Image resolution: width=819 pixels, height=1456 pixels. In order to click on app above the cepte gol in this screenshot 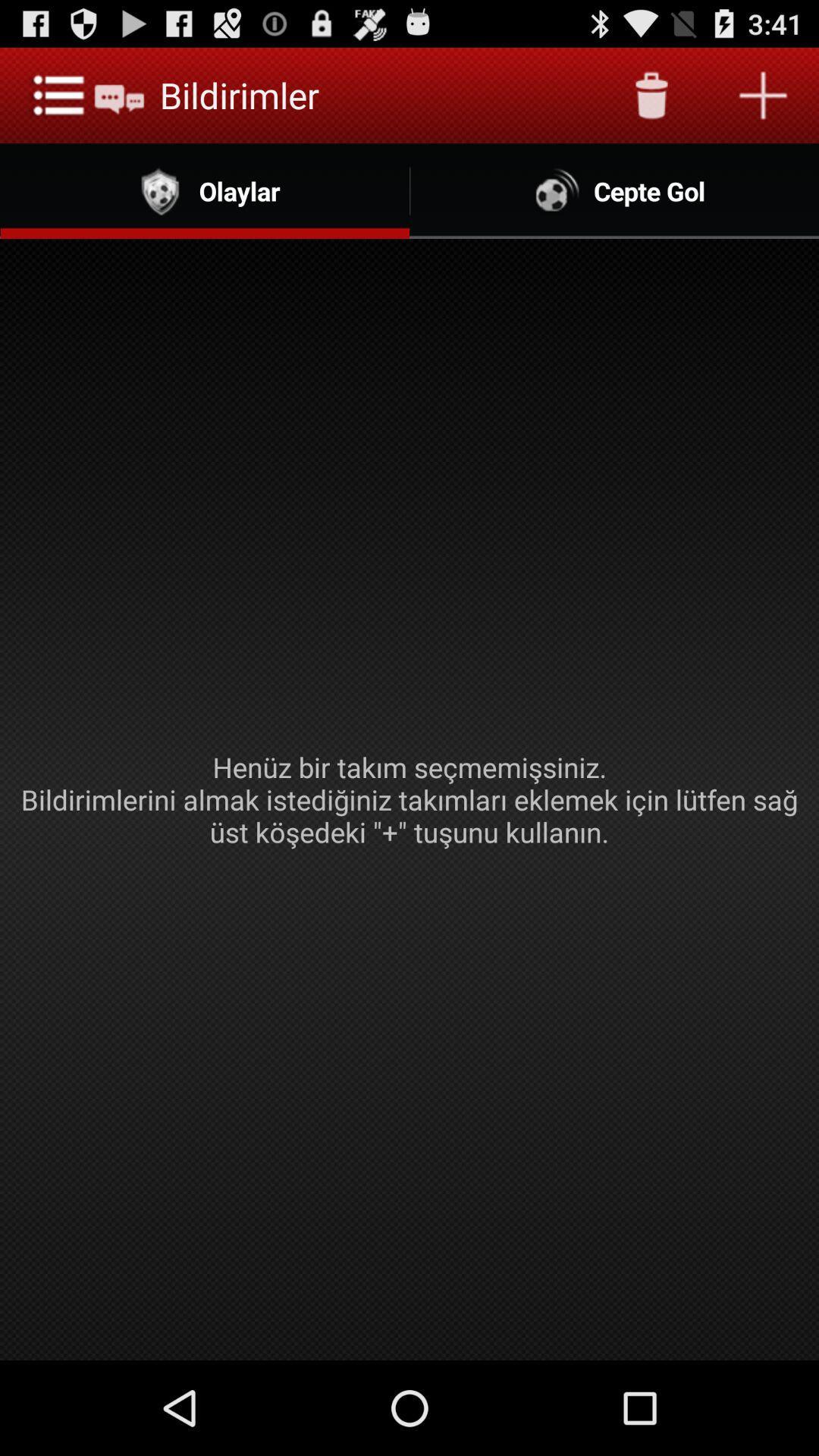, I will do `click(651, 94)`.